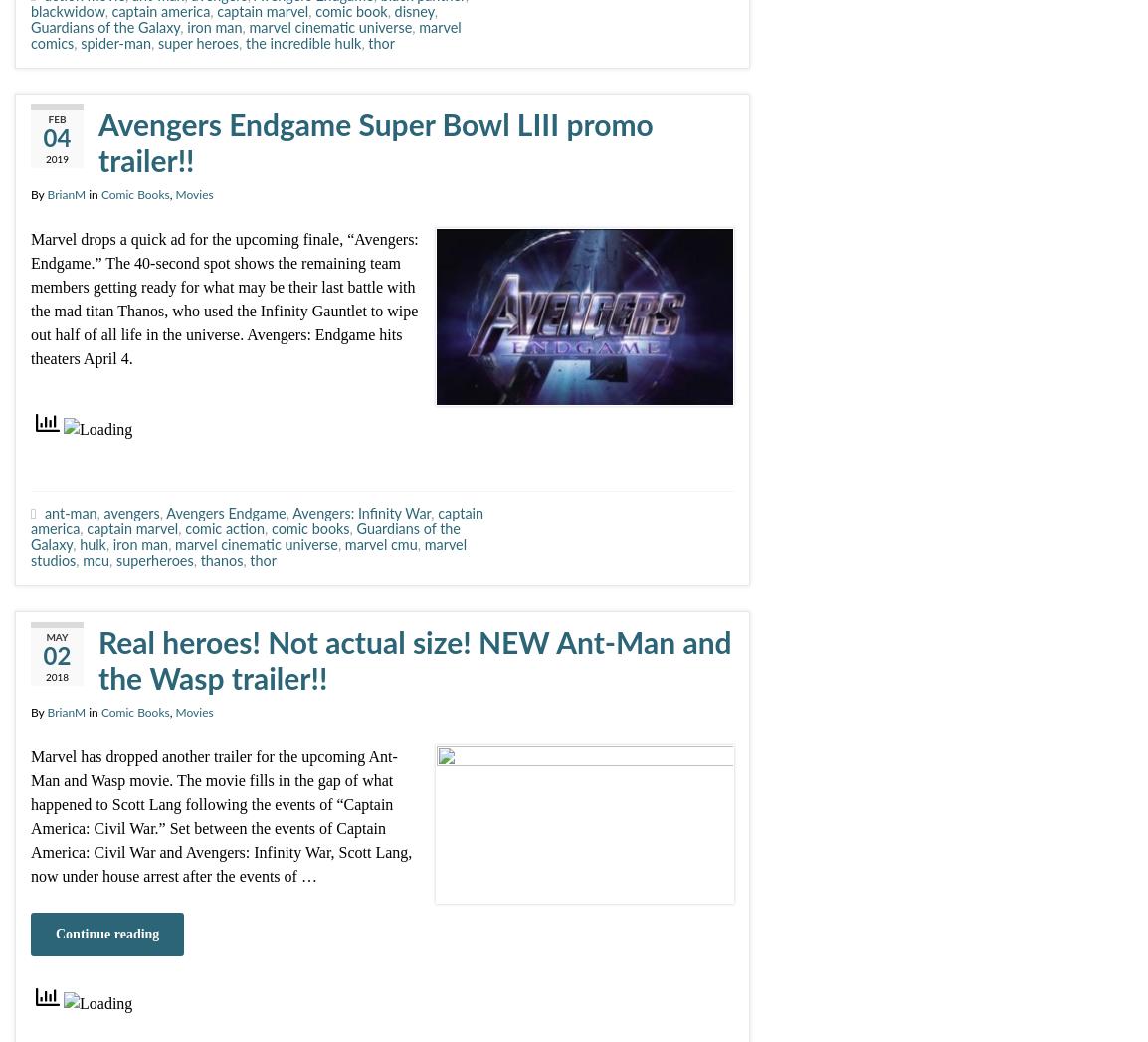  Describe the element at coordinates (42, 657) in the screenshot. I see `'02'` at that location.